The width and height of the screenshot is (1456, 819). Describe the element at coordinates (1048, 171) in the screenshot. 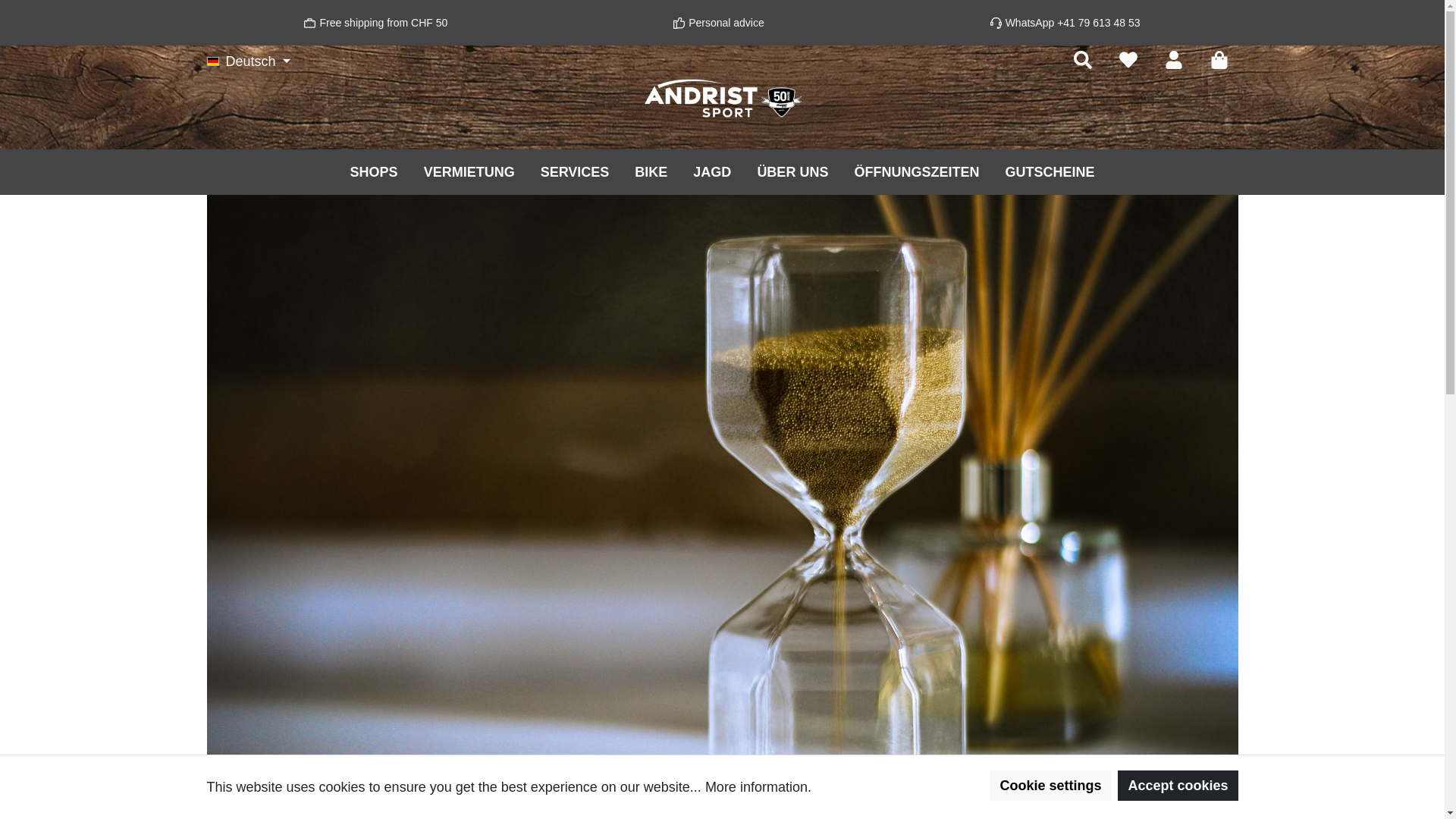

I see `'GUTSCHEINE'` at that location.